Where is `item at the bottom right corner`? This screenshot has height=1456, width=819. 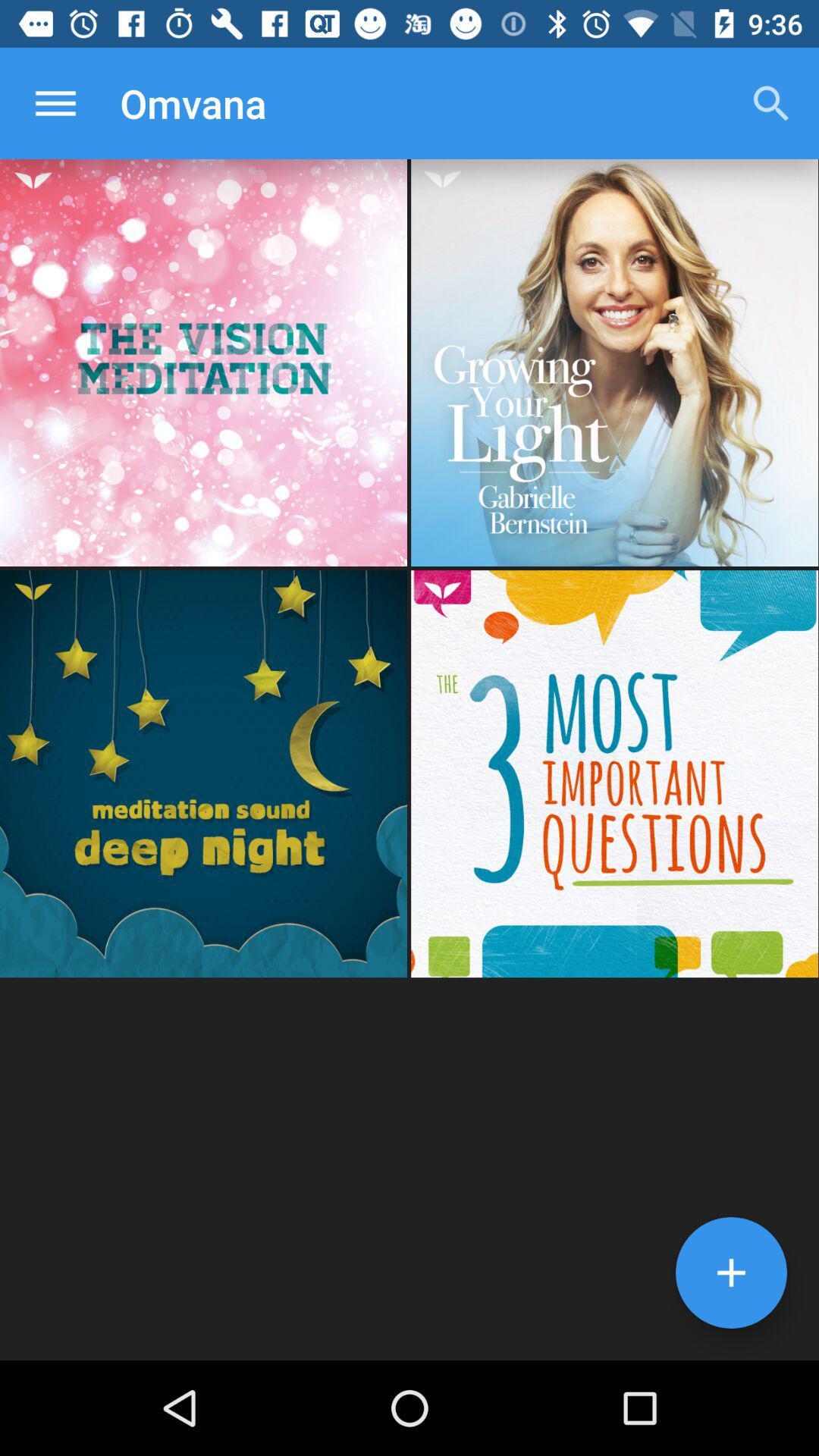
item at the bottom right corner is located at coordinates (730, 1272).